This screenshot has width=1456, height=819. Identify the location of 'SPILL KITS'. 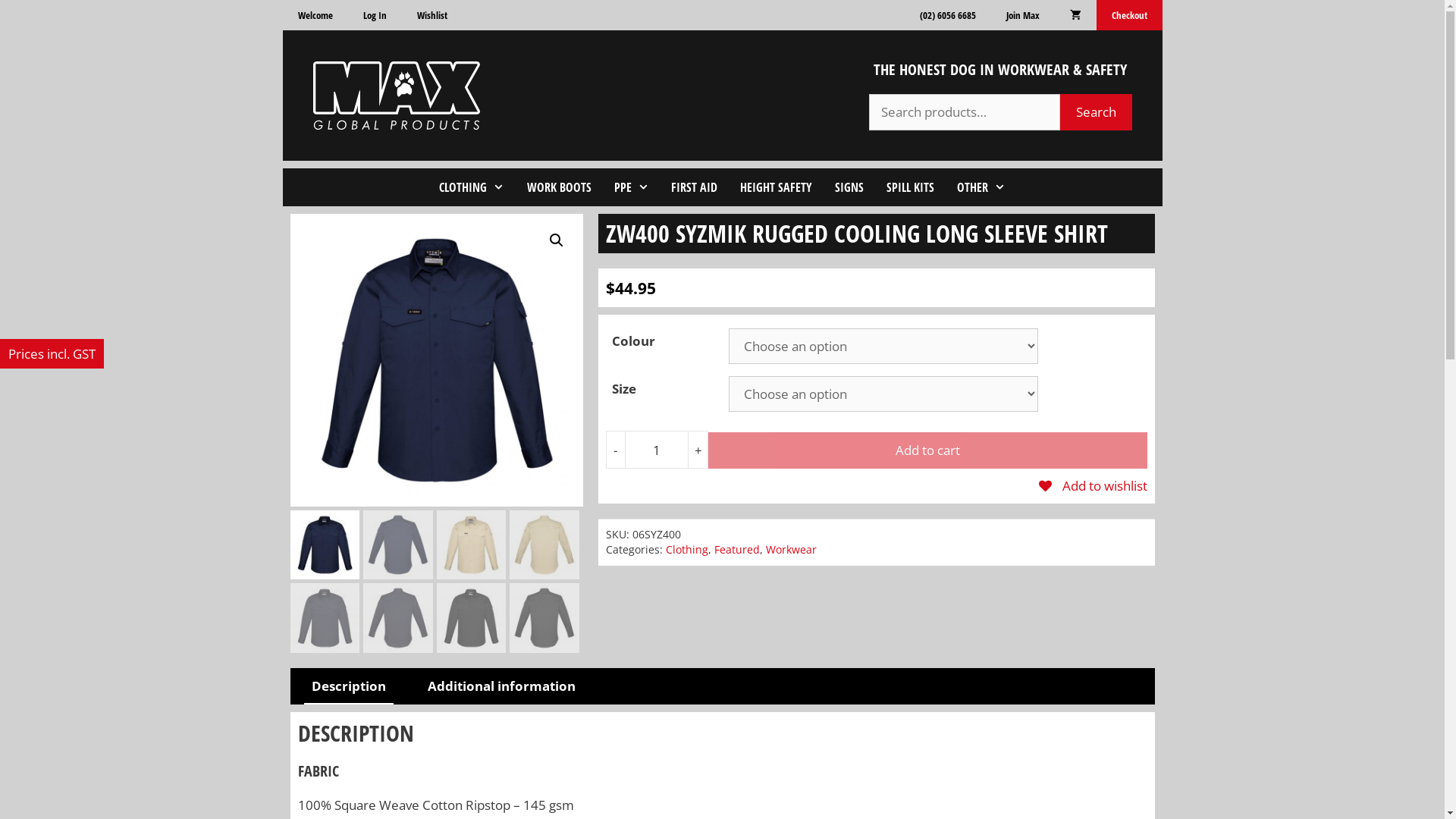
(910, 186).